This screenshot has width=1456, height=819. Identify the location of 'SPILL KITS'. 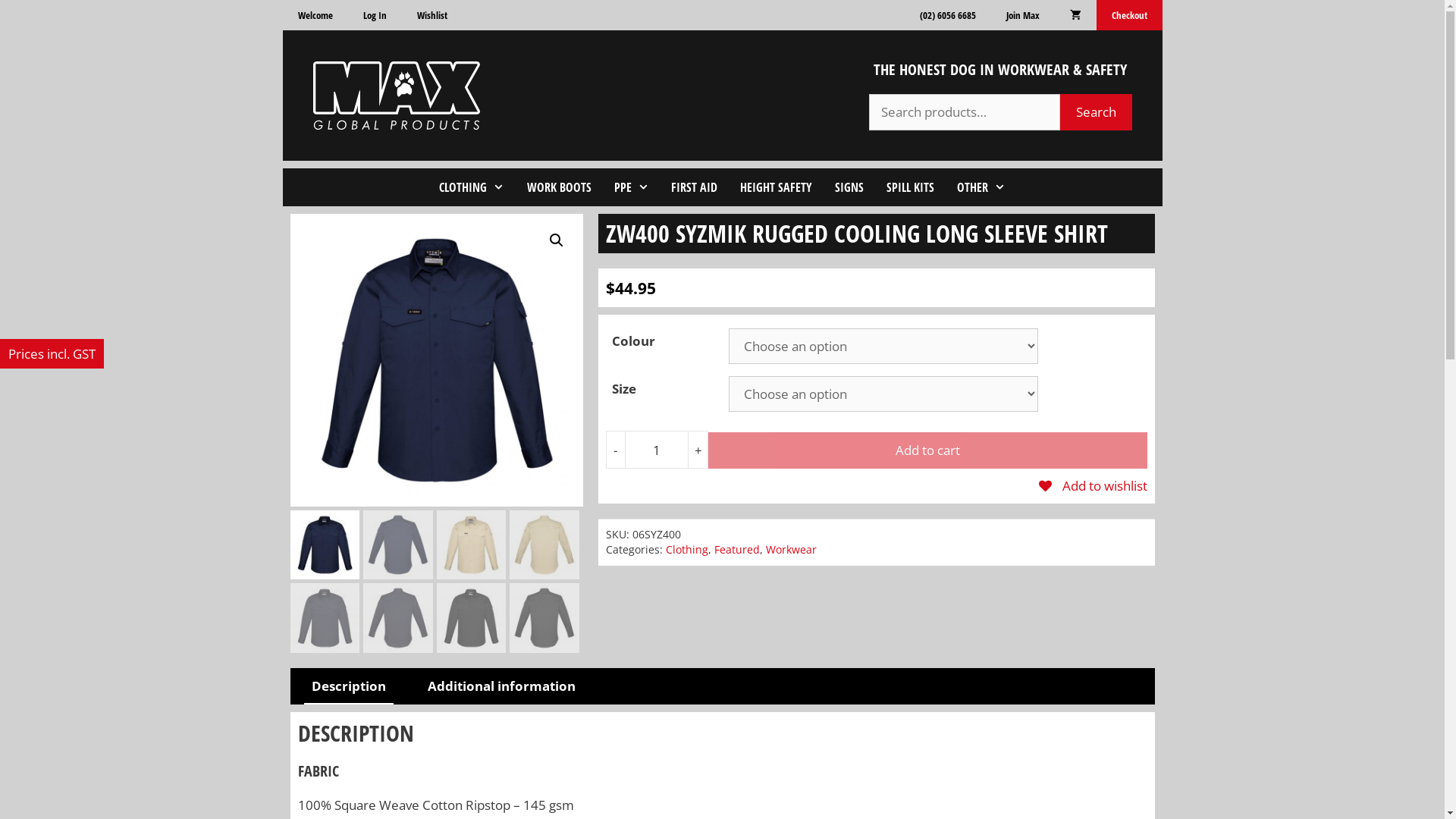
(910, 186).